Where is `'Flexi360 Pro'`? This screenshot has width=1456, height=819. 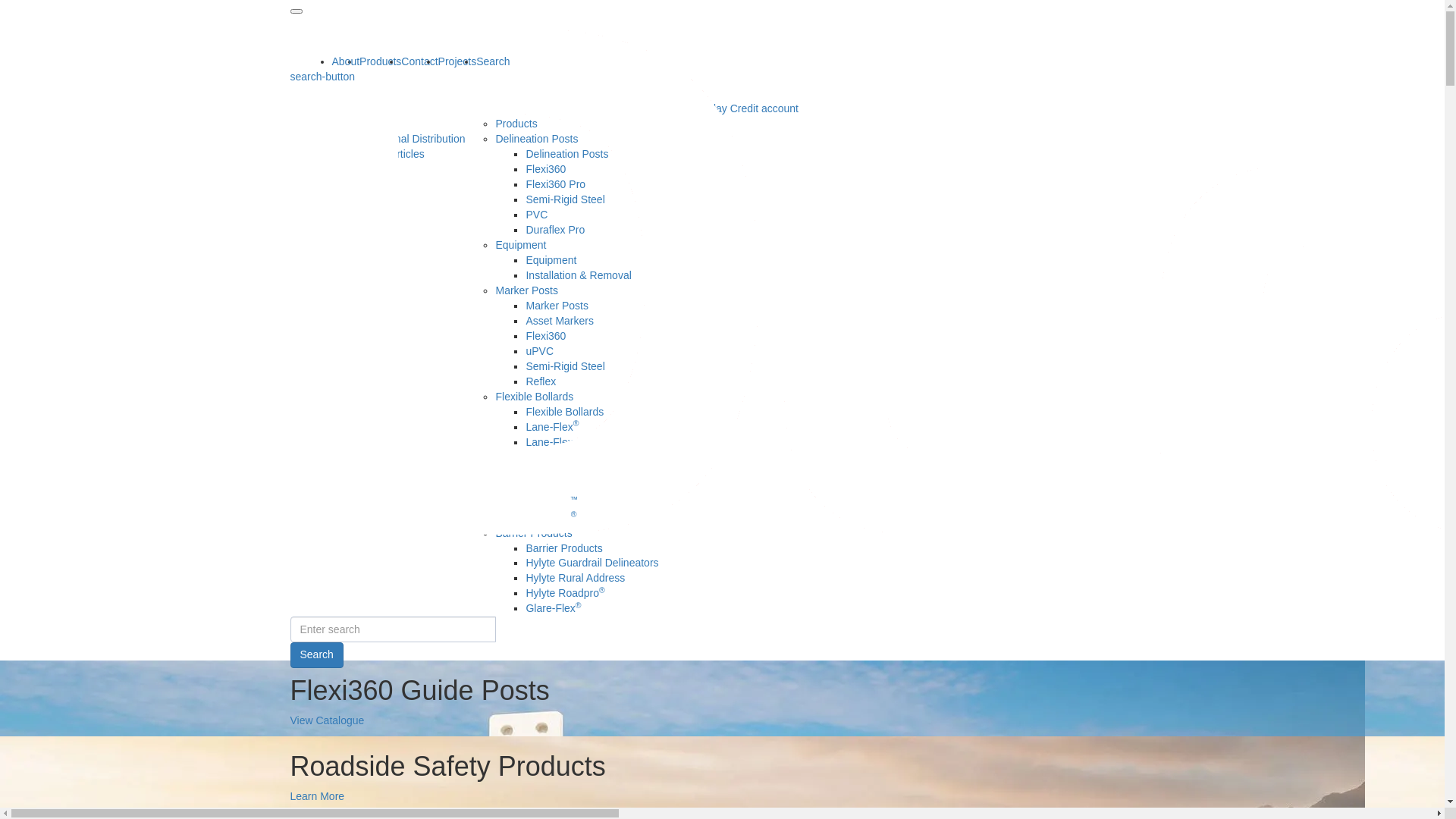 'Flexi360 Pro' is located at coordinates (525, 184).